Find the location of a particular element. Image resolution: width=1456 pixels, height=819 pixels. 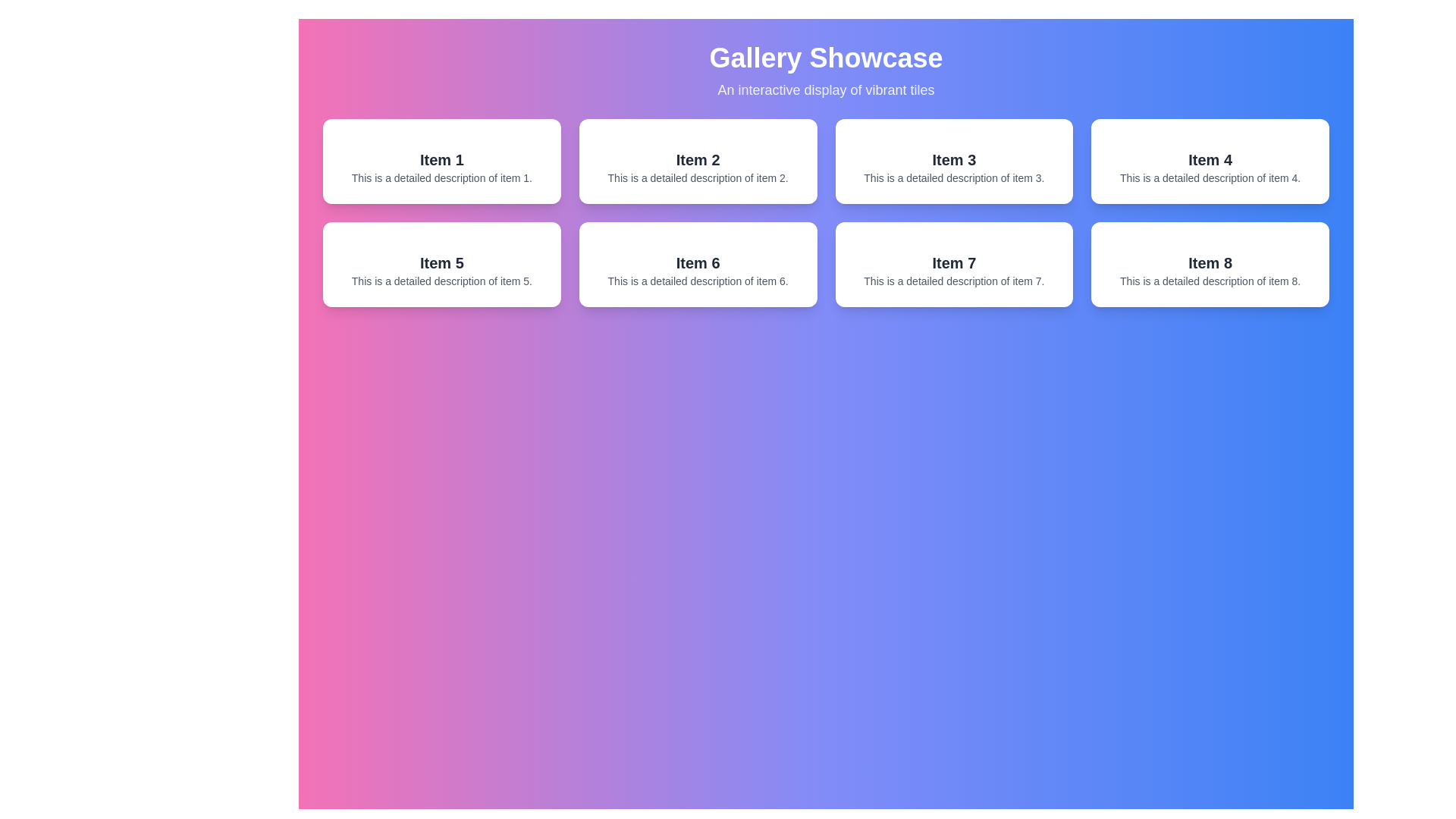

descriptive text label for 'Item 6' located in the second row, third column of the grid layout is located at coordinates (697, 281).